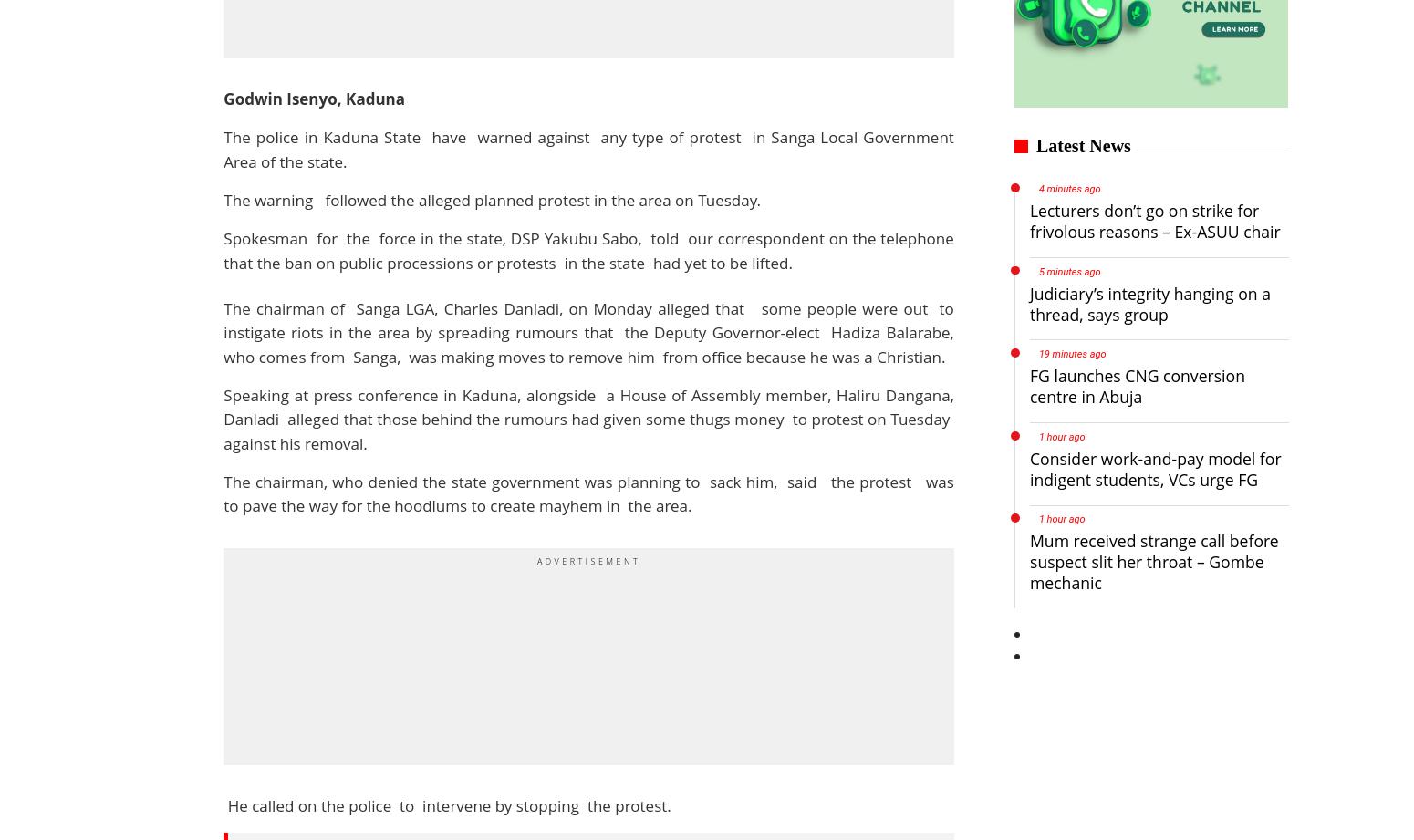  Describe the element at coordinates (167, 367) in the screenshot. I see `'February 19, 2022'` at that location.